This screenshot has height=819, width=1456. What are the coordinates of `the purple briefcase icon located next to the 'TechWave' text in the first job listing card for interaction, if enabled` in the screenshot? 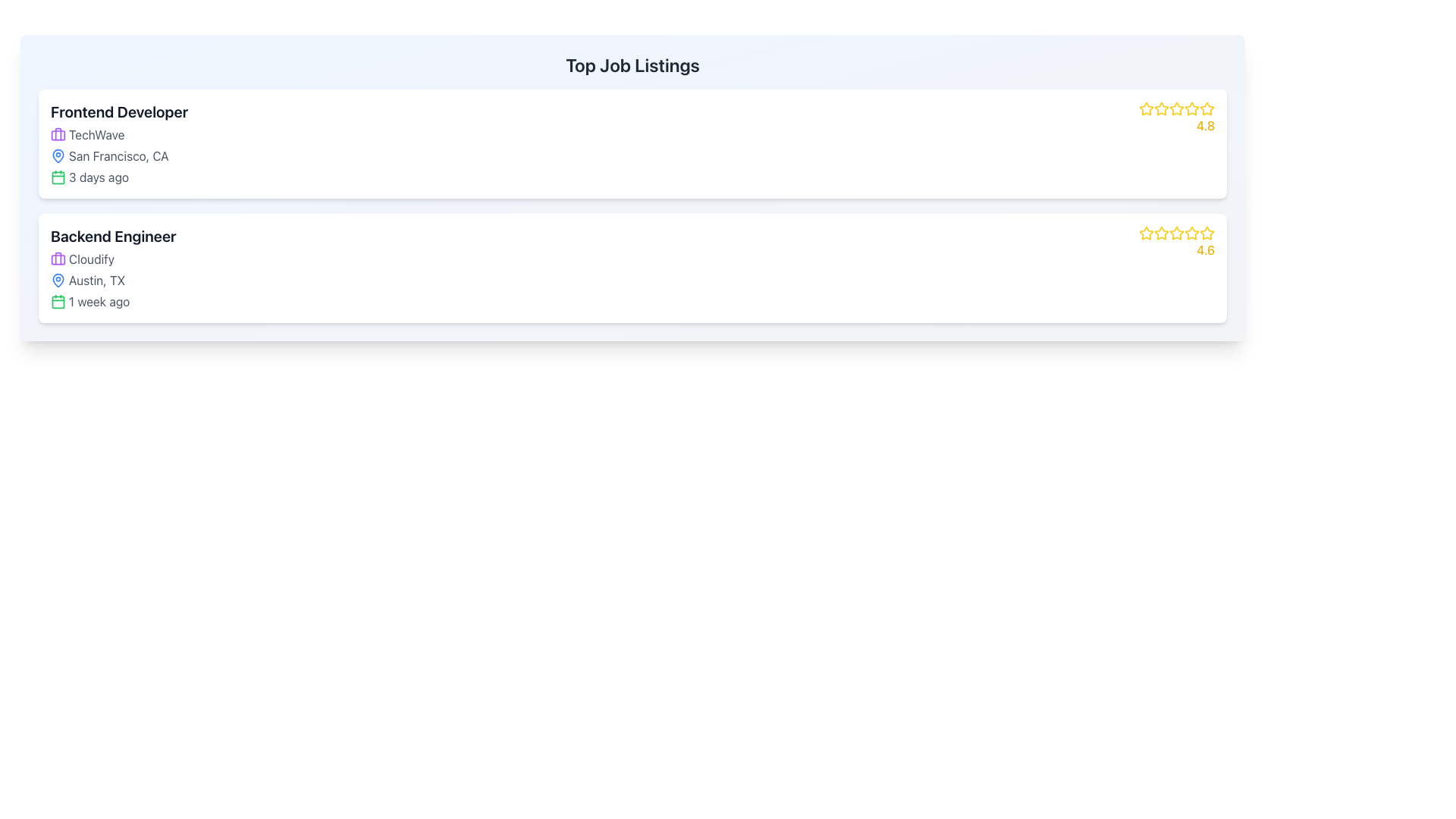 It's located at (58, 133).